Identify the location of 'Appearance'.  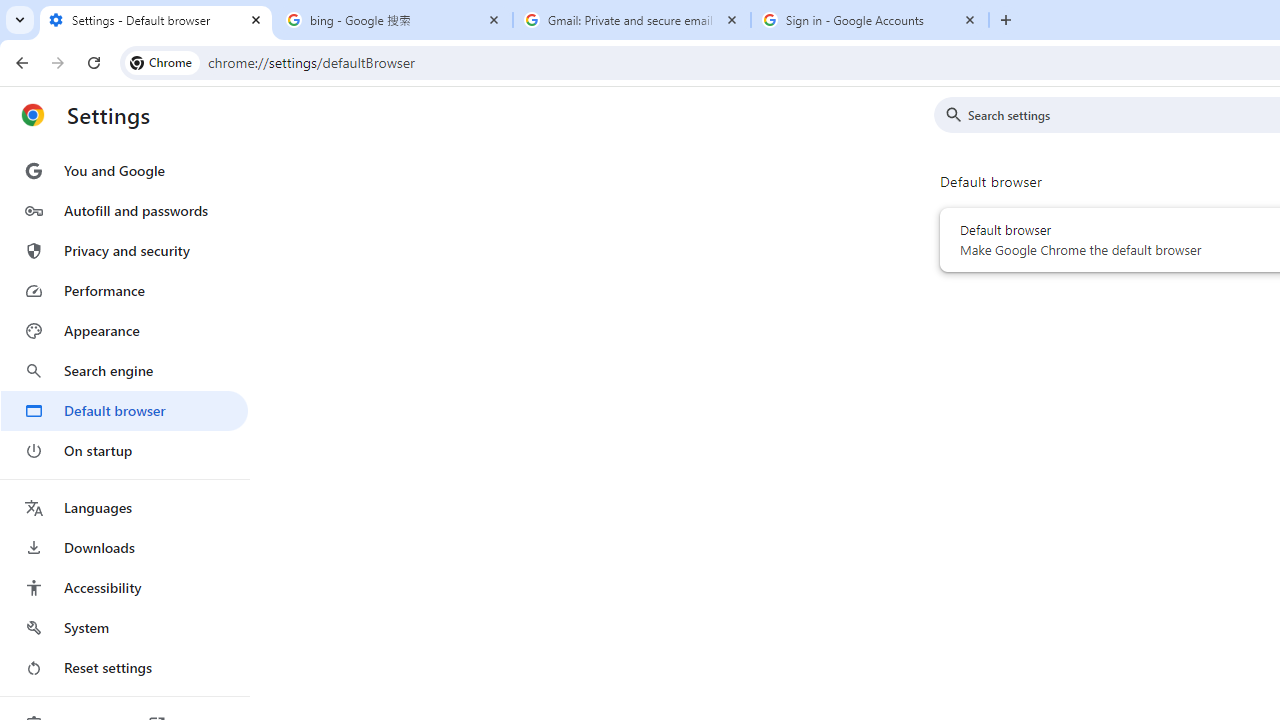
(123, 330).